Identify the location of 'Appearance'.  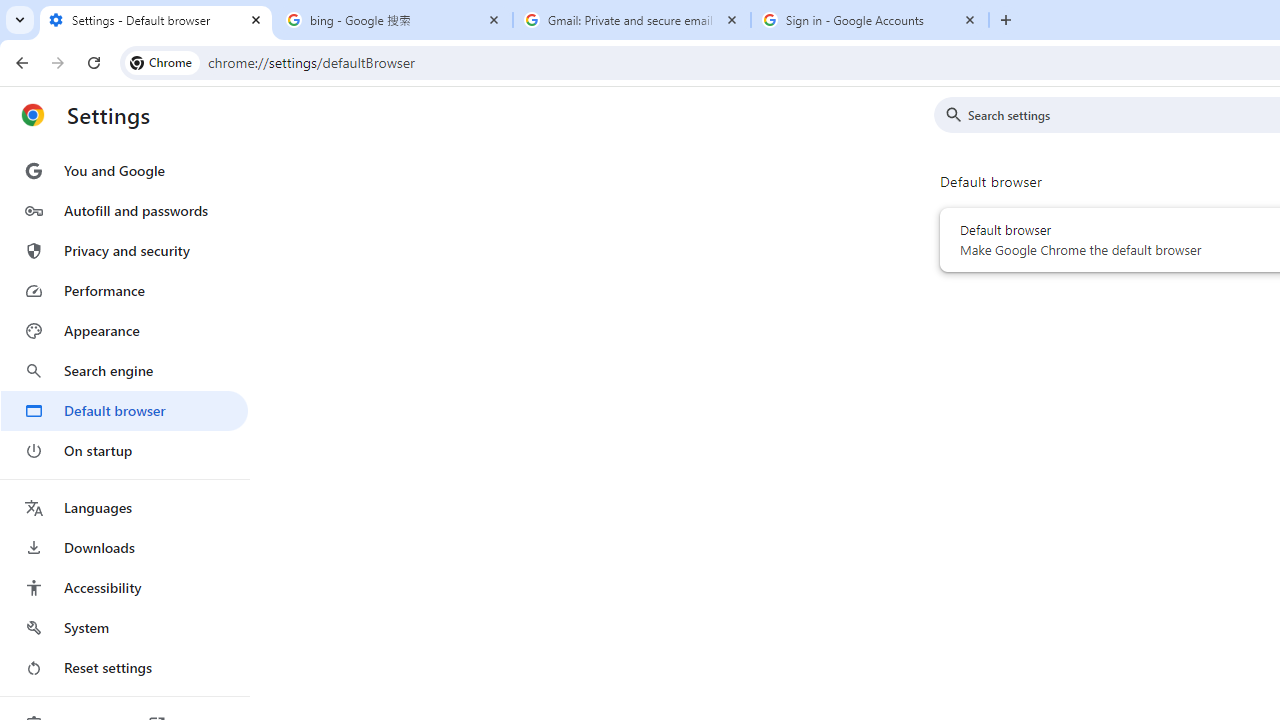
(123, 330).